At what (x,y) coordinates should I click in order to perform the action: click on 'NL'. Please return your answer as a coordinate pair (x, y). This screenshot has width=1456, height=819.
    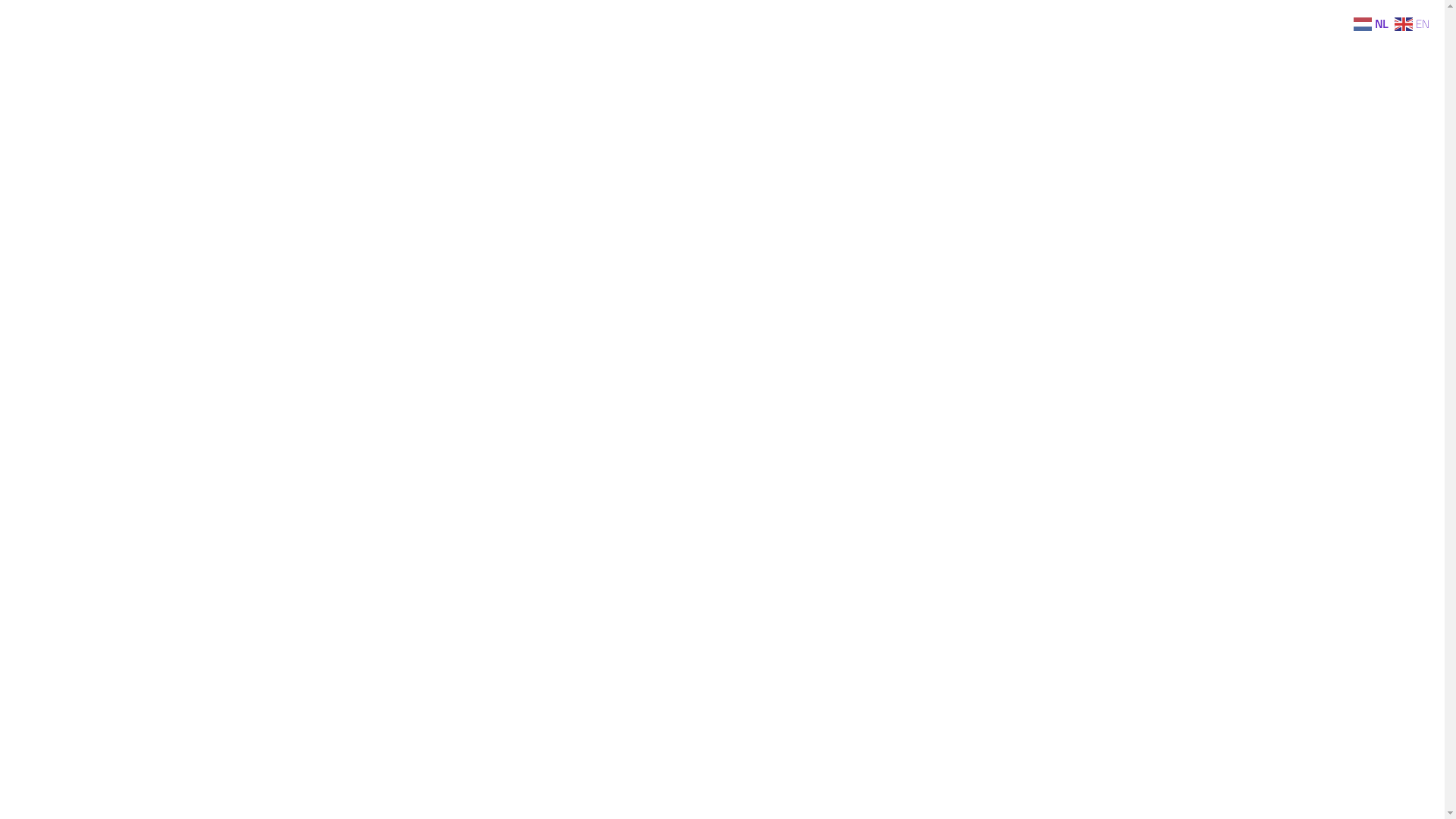
    Looking at the image, I should click on (1372, 22).